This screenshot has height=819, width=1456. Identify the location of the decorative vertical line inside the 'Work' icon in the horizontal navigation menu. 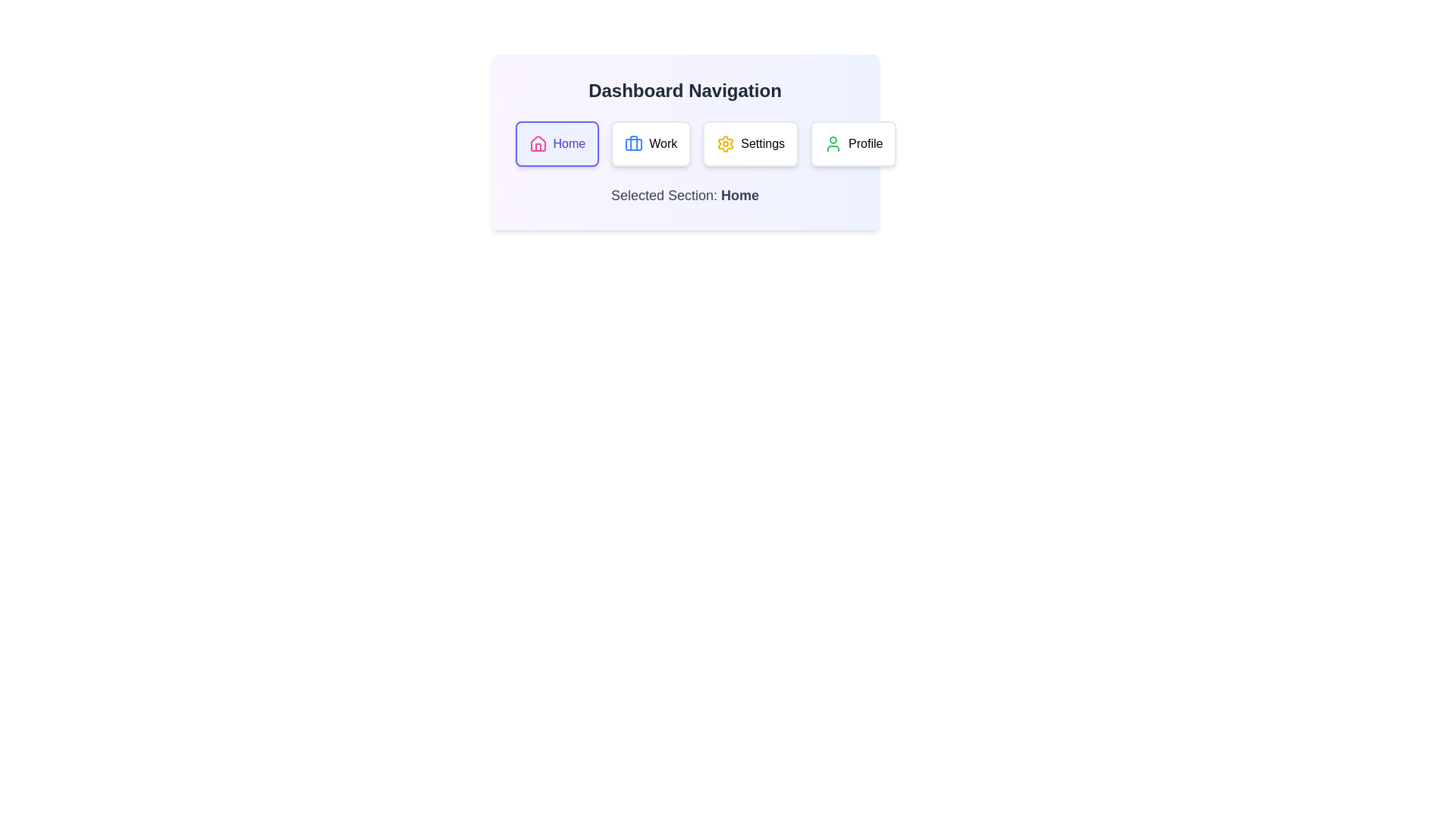
(634, 143).